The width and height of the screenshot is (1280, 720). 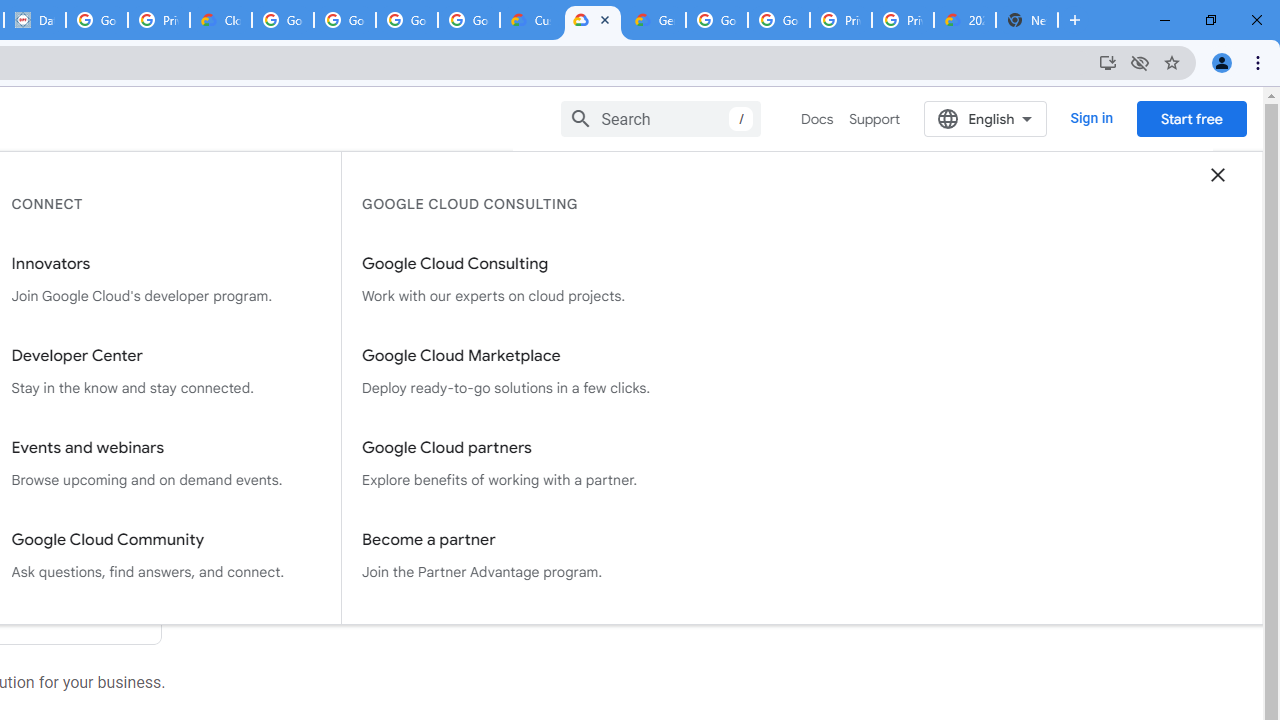 What do you see at coordinates (1216, 173) in the screenshot?
I see `'Close dropdown menu'` at bounding box center [1216, 173].